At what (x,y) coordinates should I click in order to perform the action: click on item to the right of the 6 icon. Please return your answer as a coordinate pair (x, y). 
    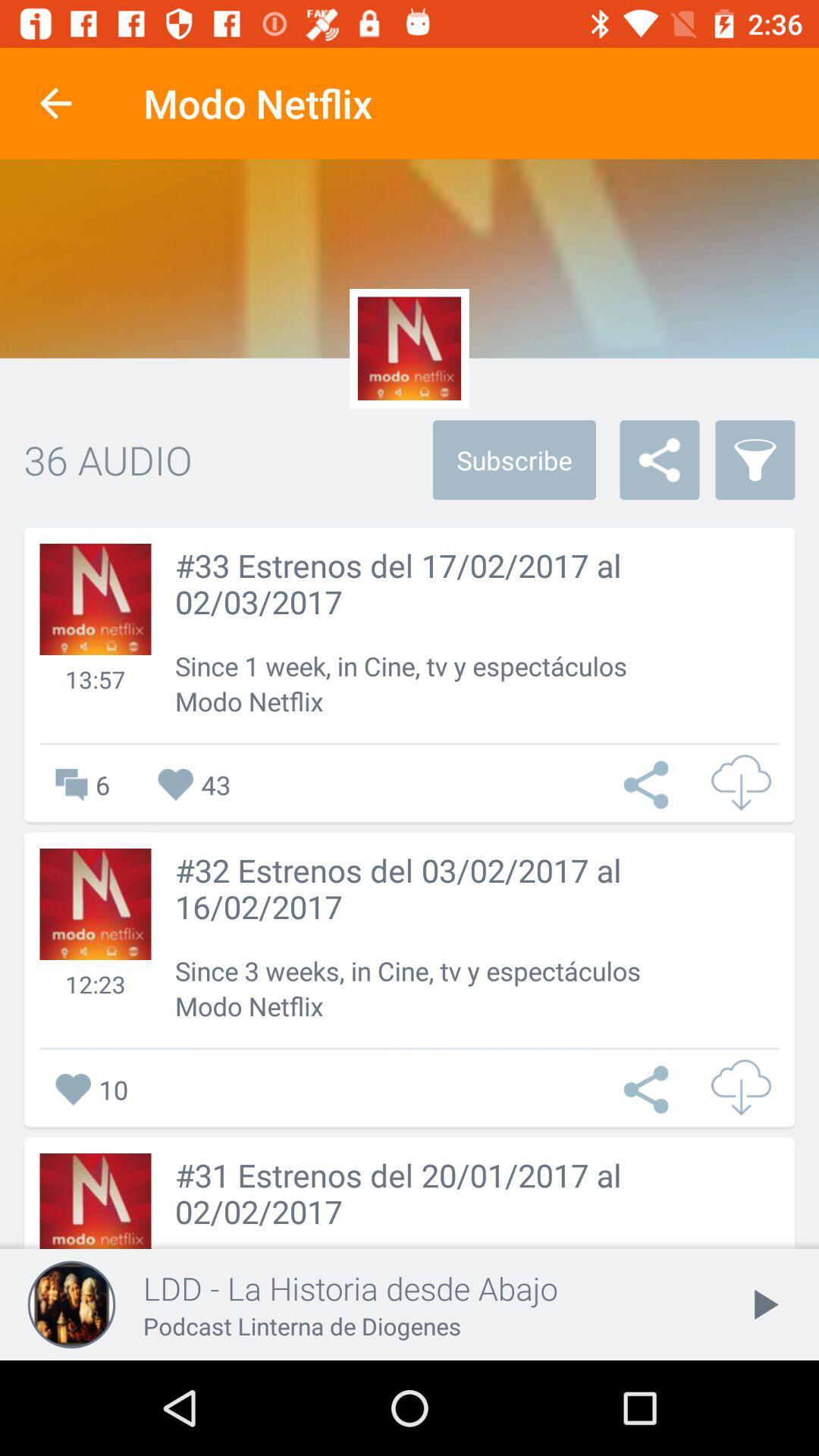
    Looking at the image, I should click on (193, 785).